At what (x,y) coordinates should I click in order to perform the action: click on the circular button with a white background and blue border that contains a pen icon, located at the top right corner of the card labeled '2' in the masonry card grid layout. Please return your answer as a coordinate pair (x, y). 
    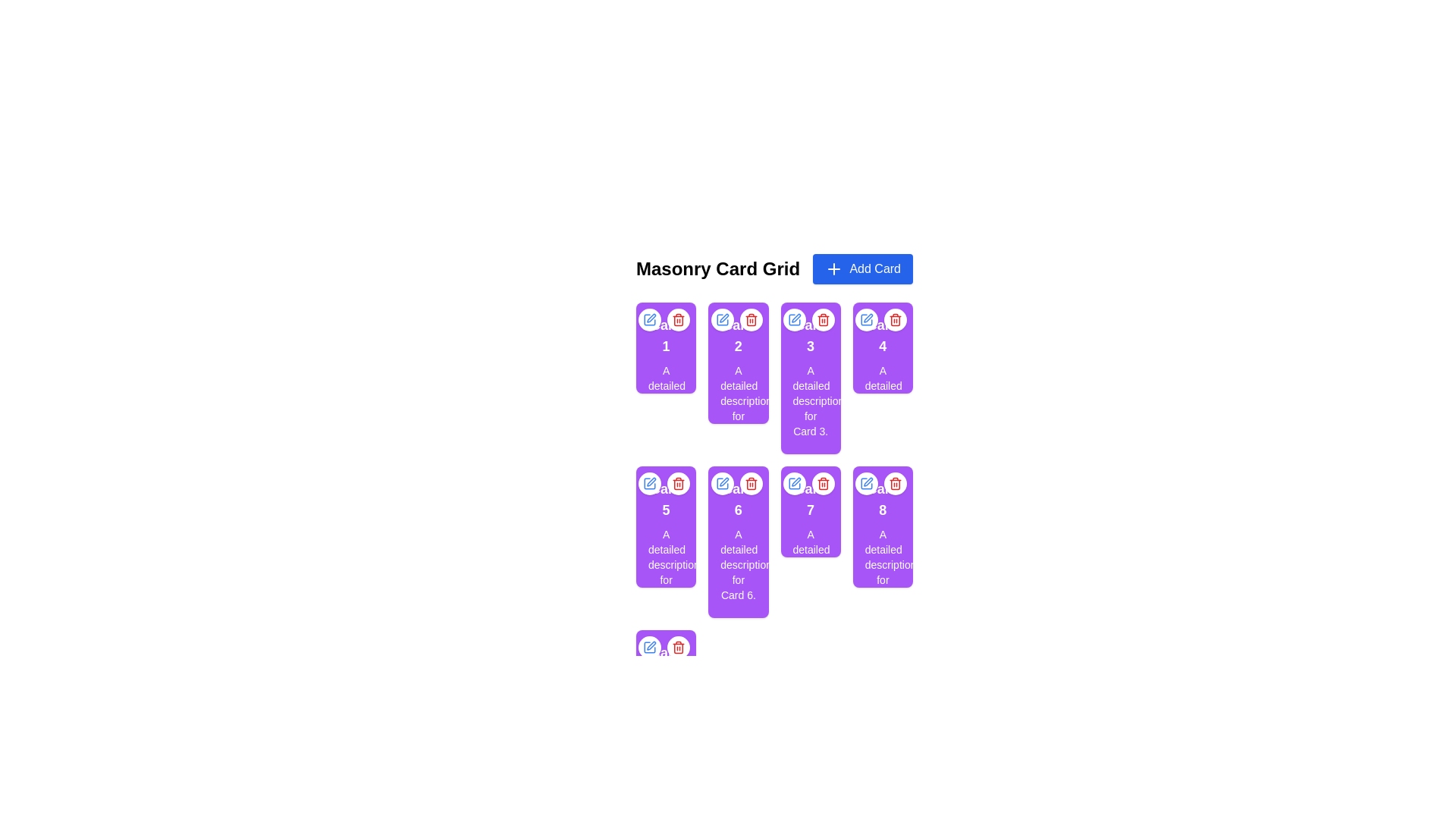
    Looking at the image, I should click on (721, 318).